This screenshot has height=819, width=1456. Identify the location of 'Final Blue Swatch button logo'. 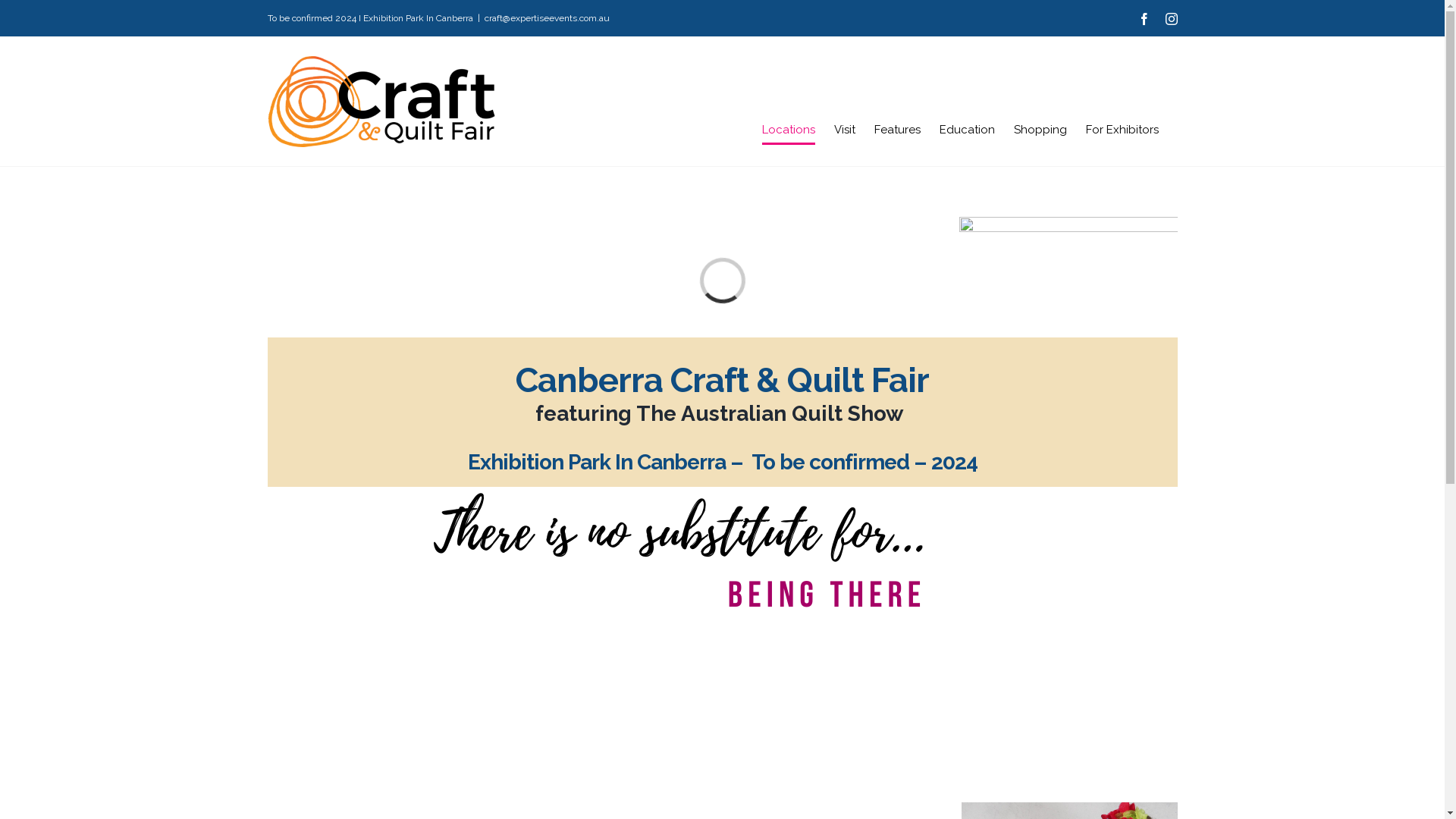
(1066, 327).